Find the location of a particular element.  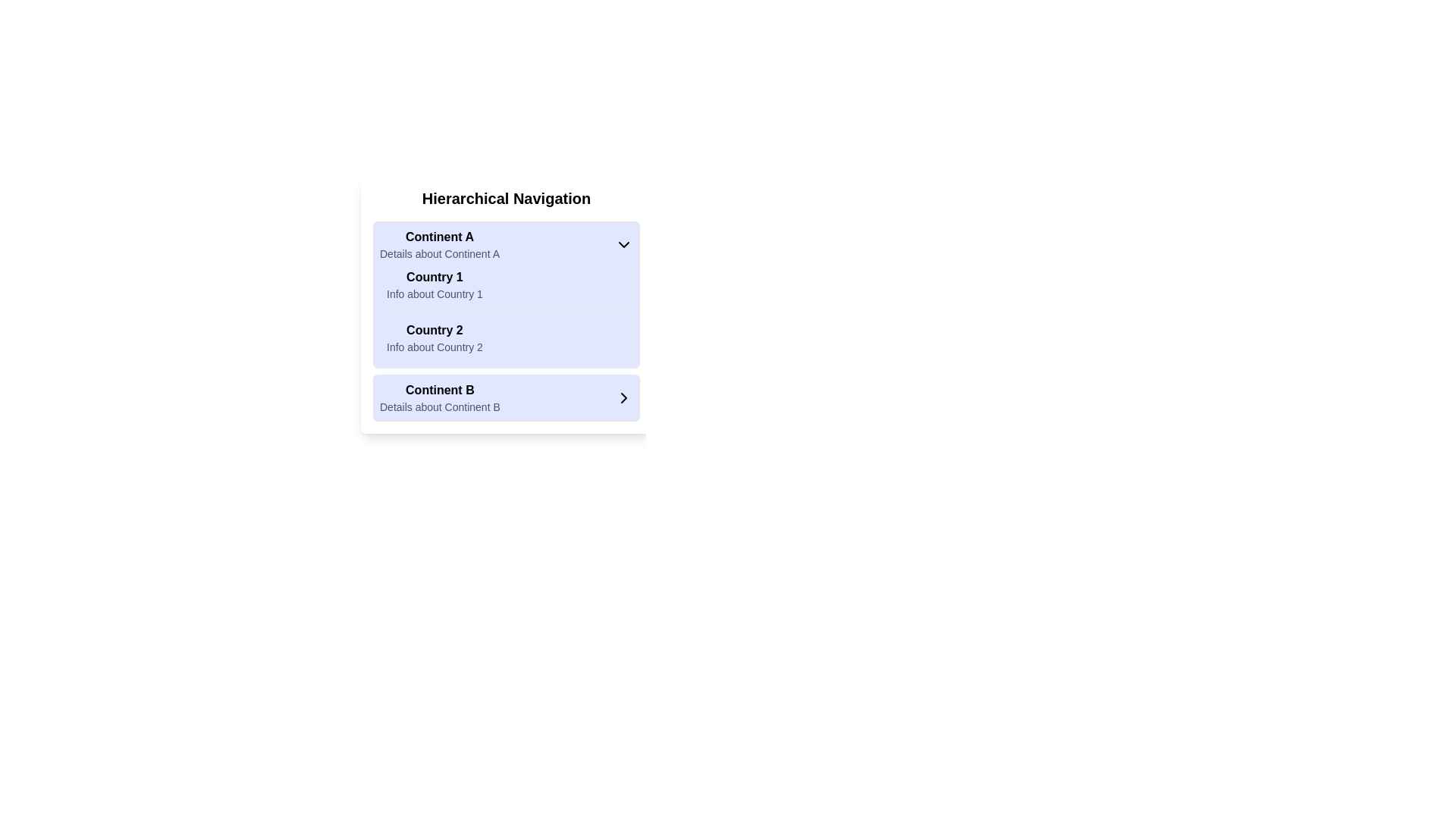

the Chevron Right icon located to the far-right of the text box indicating navigation options for 'Continent B' is located at coordinates (623, 397).